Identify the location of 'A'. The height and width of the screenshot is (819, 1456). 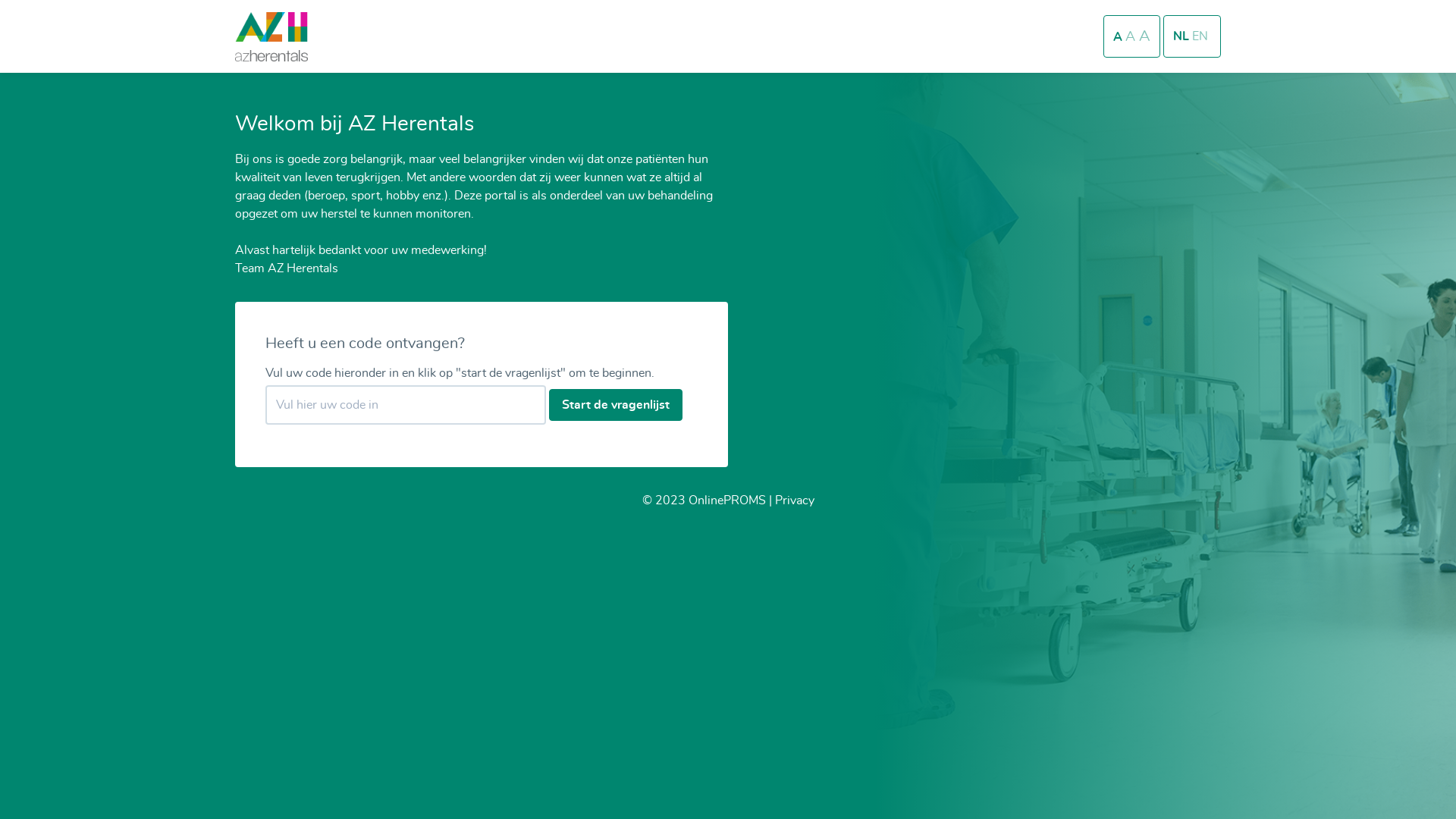
(1144, 35).